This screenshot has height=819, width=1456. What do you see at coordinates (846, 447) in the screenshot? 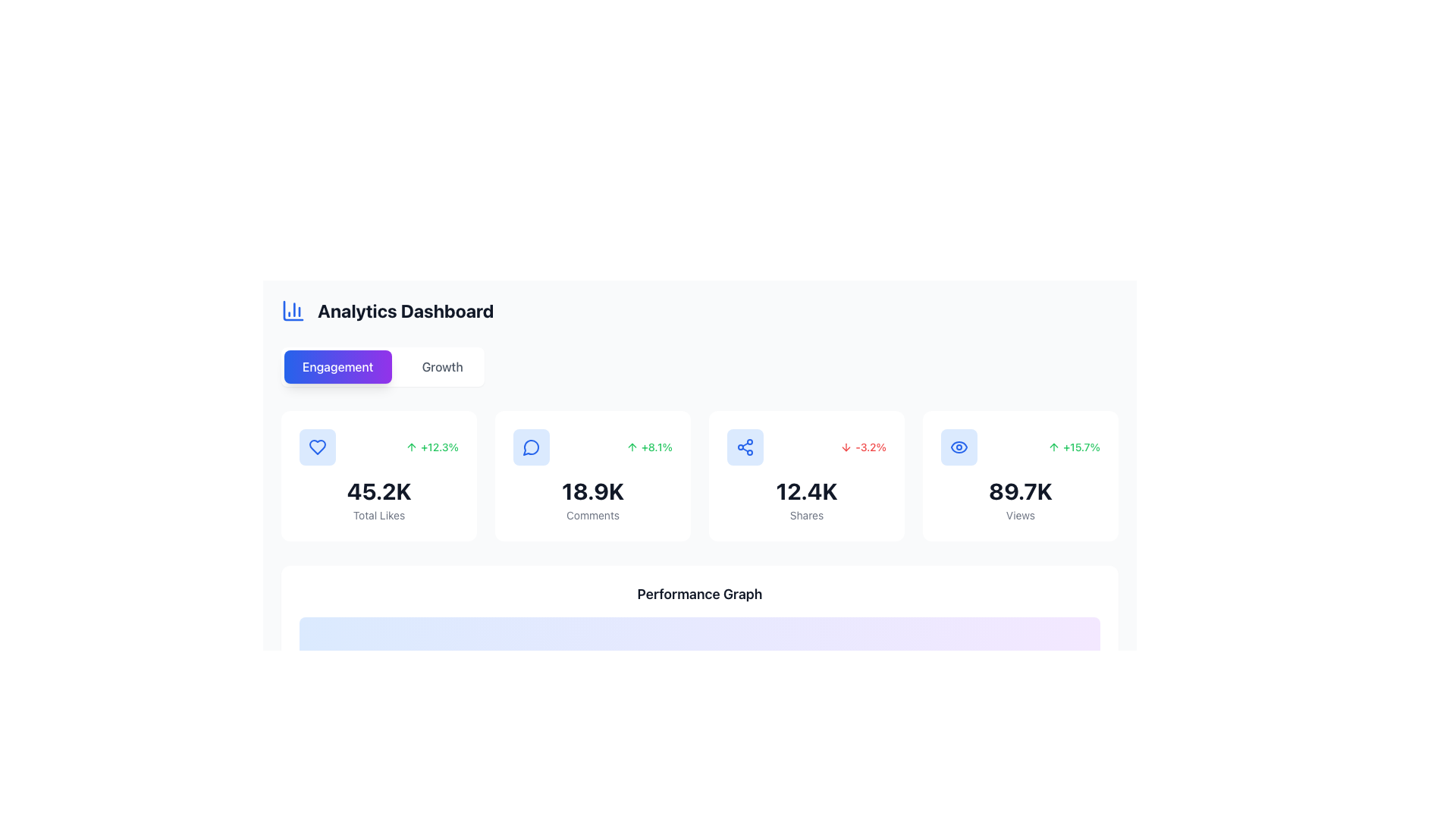
I see `the decrease icon that visually indicates a decrease and is positioned to the left of the '-3.2%' text above the '12.4K Shares' card in the dashboard layout` at bounding box center [846, 447].